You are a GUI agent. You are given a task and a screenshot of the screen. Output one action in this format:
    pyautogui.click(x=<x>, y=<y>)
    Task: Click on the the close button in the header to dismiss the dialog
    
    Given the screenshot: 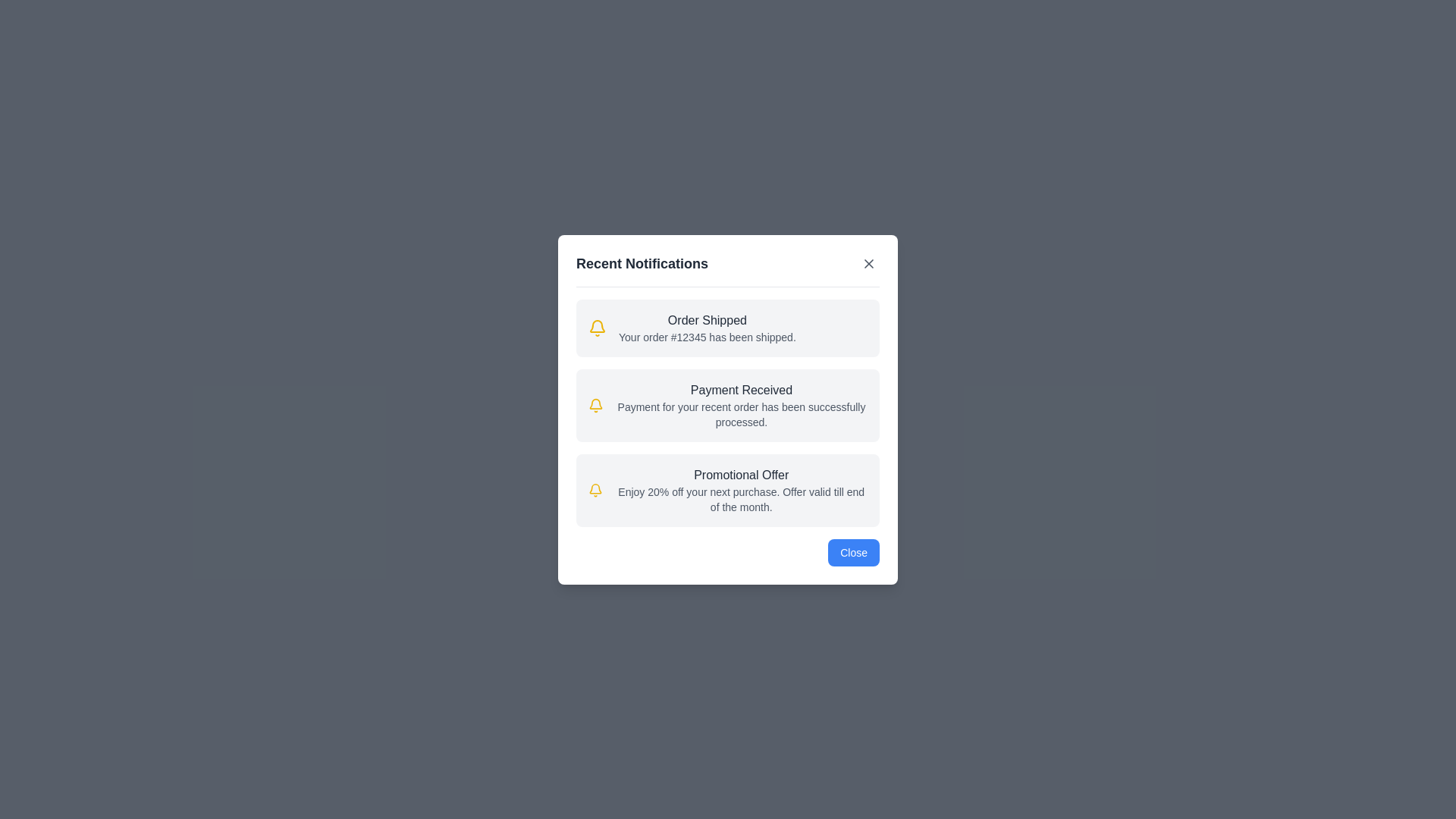 What is the action you would take?
    pyautogui.click(x=869, y=262)
    